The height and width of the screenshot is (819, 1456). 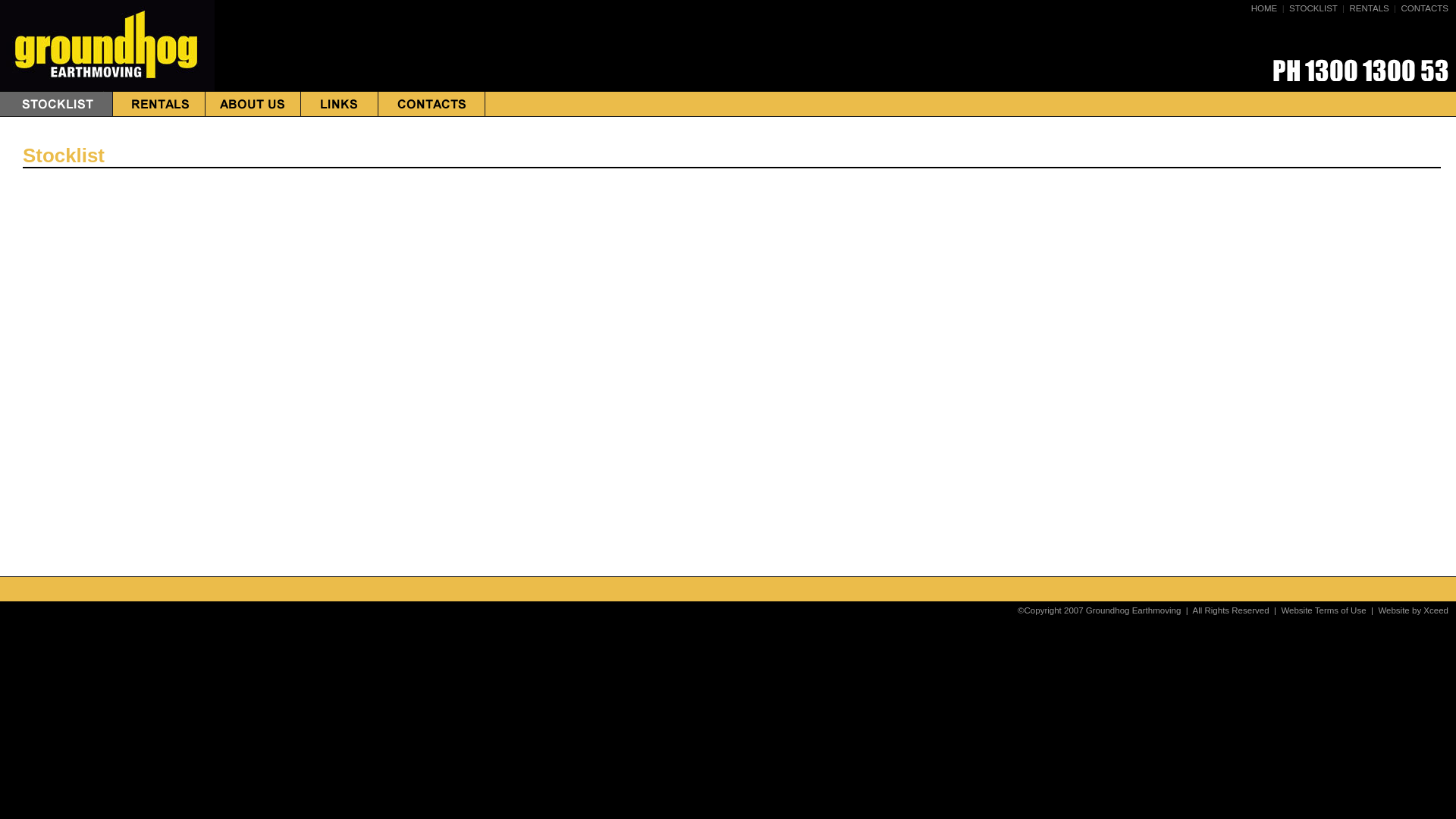 I want to click on 'LINKS', so click(x=338, y=111).